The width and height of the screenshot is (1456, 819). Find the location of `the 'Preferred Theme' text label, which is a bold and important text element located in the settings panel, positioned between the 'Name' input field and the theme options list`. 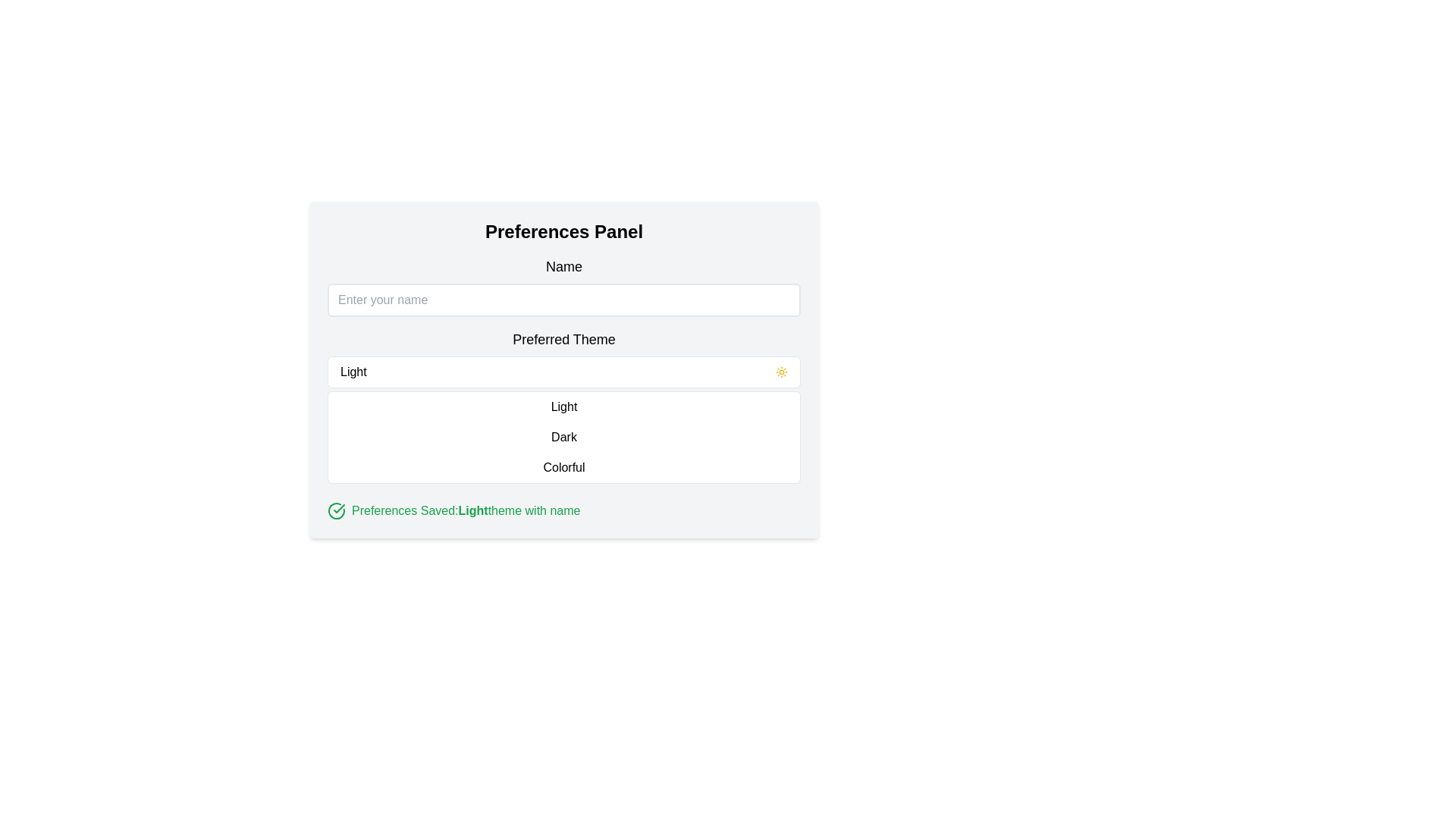

the 'Preferred Theme' text label, which is a bold and important text element located in the settings panel, positioned between the 'Name' input field and the theme options list is located at coordinates (563, 338).